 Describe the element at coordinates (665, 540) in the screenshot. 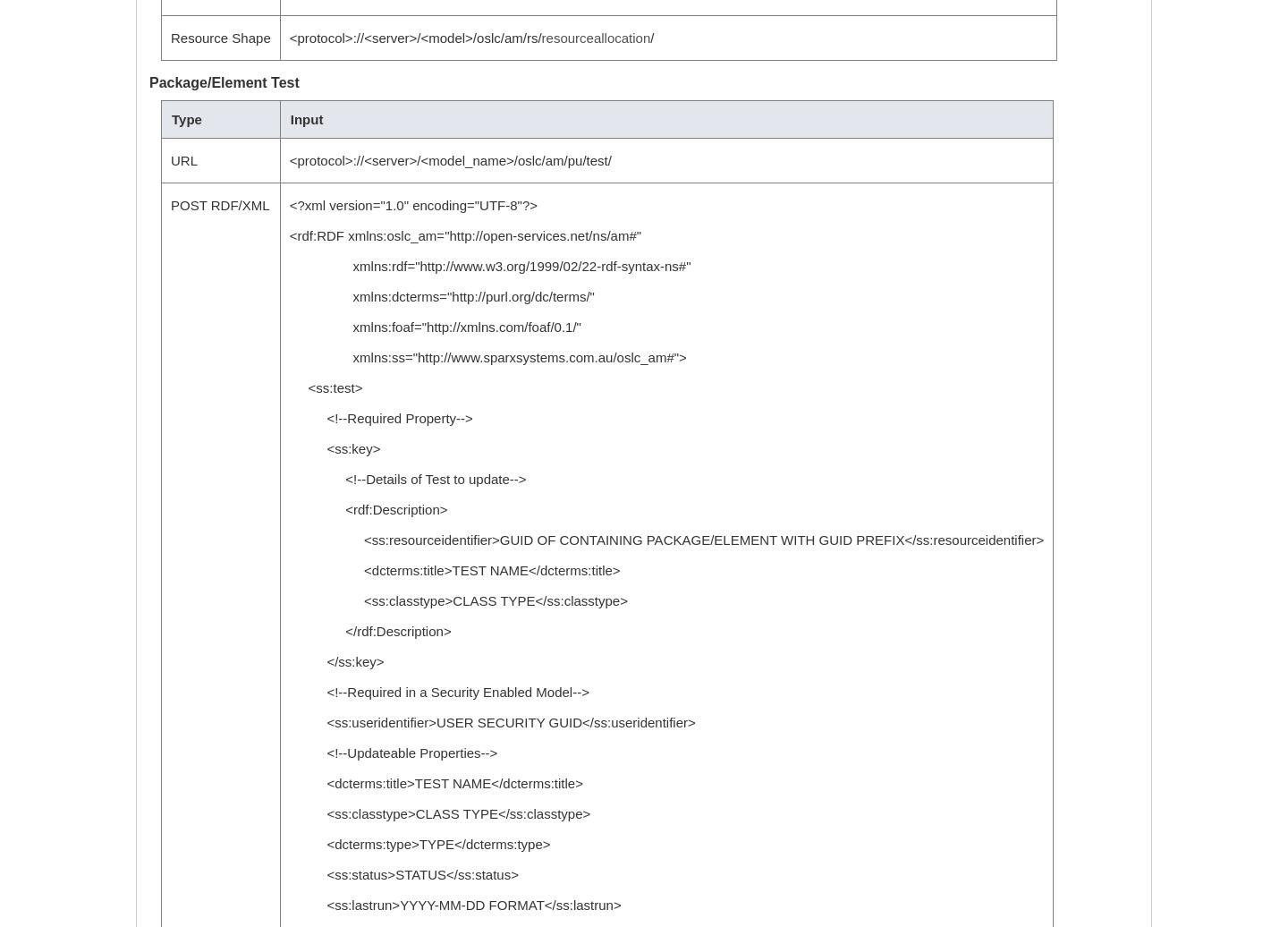

I see `'<ss:resourceidentifier>GUID OF CONTAINING PACKAGE/ELEMENT WITH GUID PREFIX</ss:resourceidentifier>'` at that location.